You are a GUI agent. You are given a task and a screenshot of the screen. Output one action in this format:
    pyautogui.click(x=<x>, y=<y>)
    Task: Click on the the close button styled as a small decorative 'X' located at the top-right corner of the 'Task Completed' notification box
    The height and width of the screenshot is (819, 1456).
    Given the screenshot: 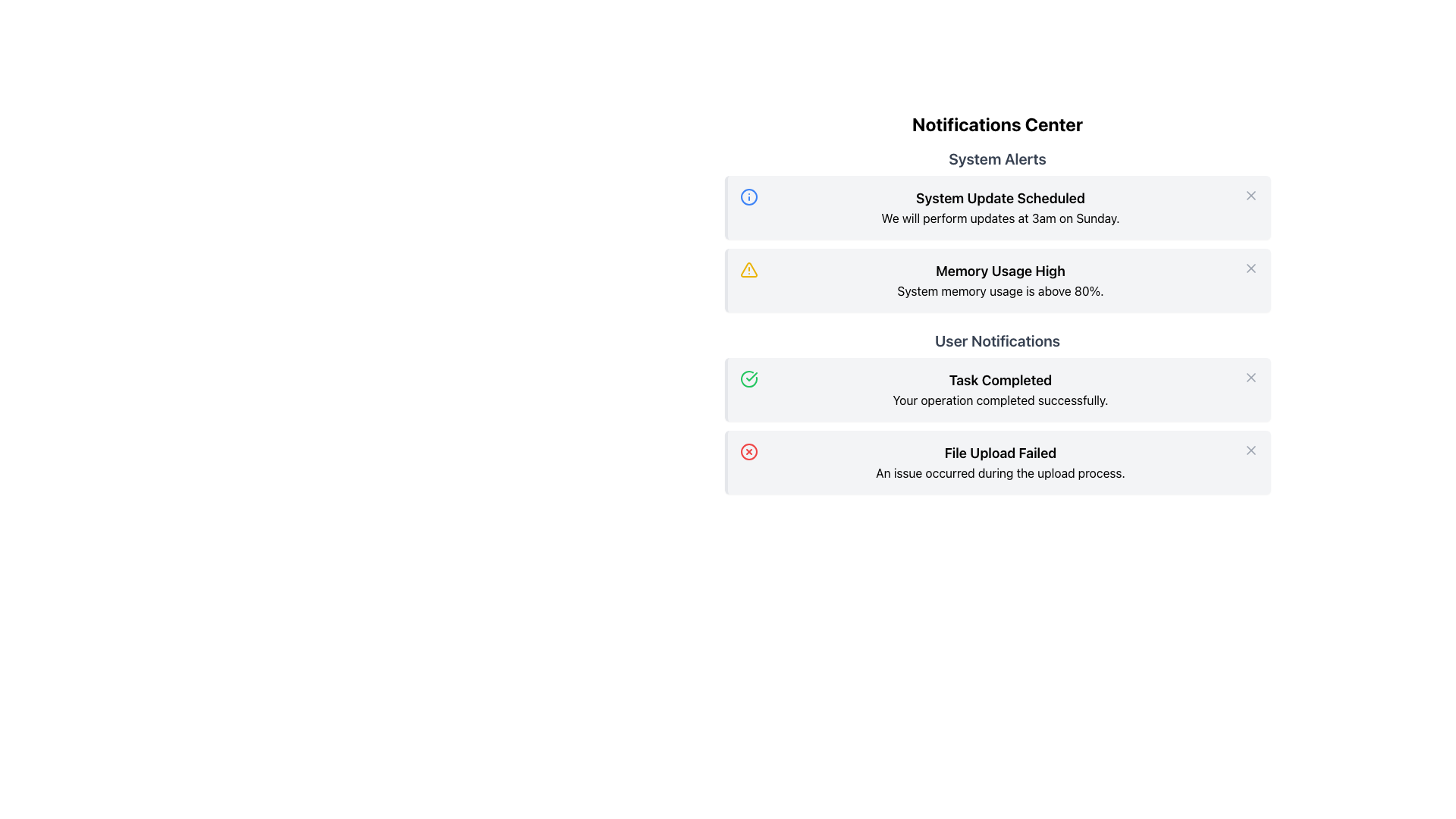 What is the action you would take?
    pyautogui.click(x=1250, y=376)
    